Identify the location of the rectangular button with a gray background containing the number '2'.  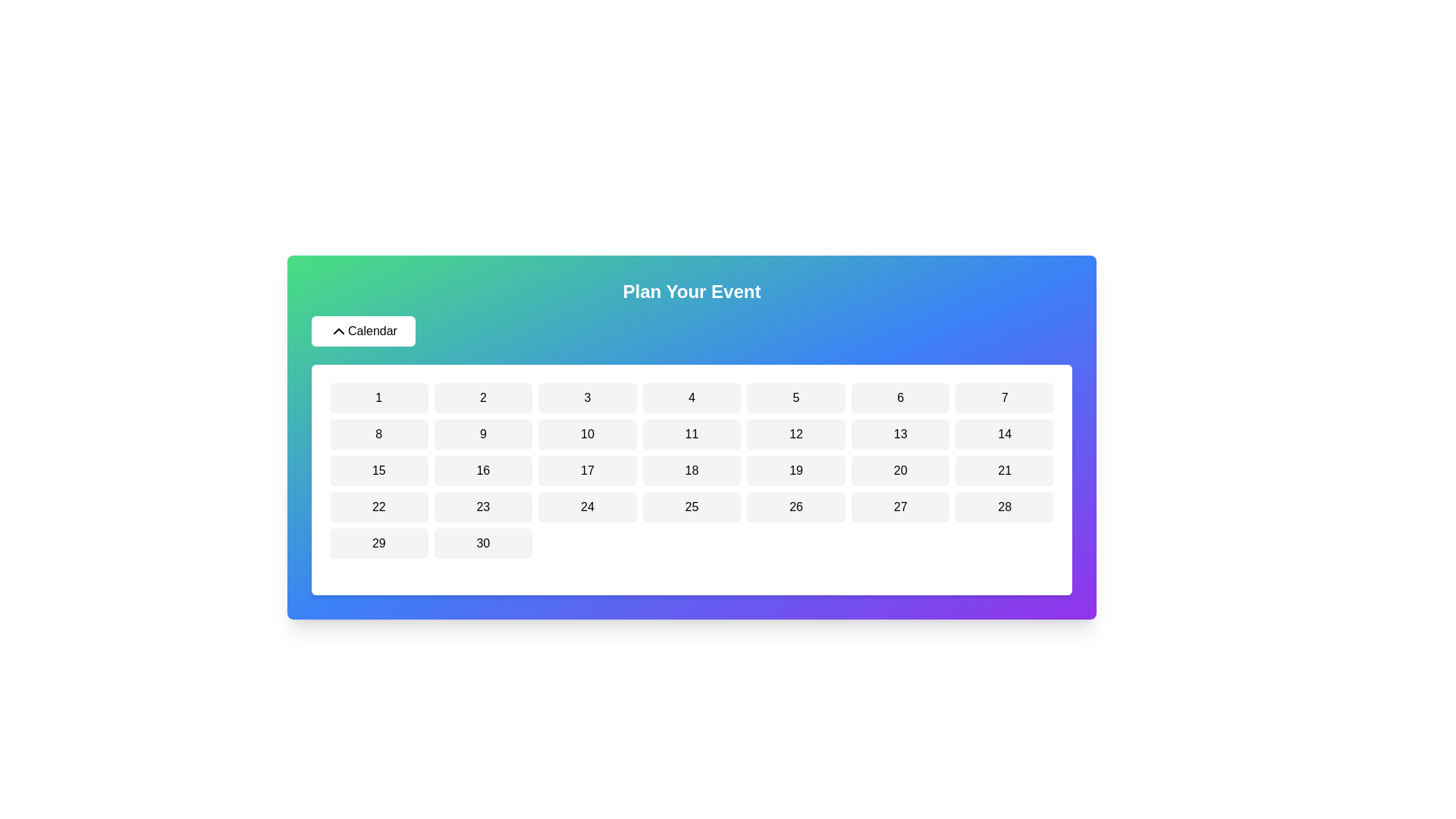
(482, 397).